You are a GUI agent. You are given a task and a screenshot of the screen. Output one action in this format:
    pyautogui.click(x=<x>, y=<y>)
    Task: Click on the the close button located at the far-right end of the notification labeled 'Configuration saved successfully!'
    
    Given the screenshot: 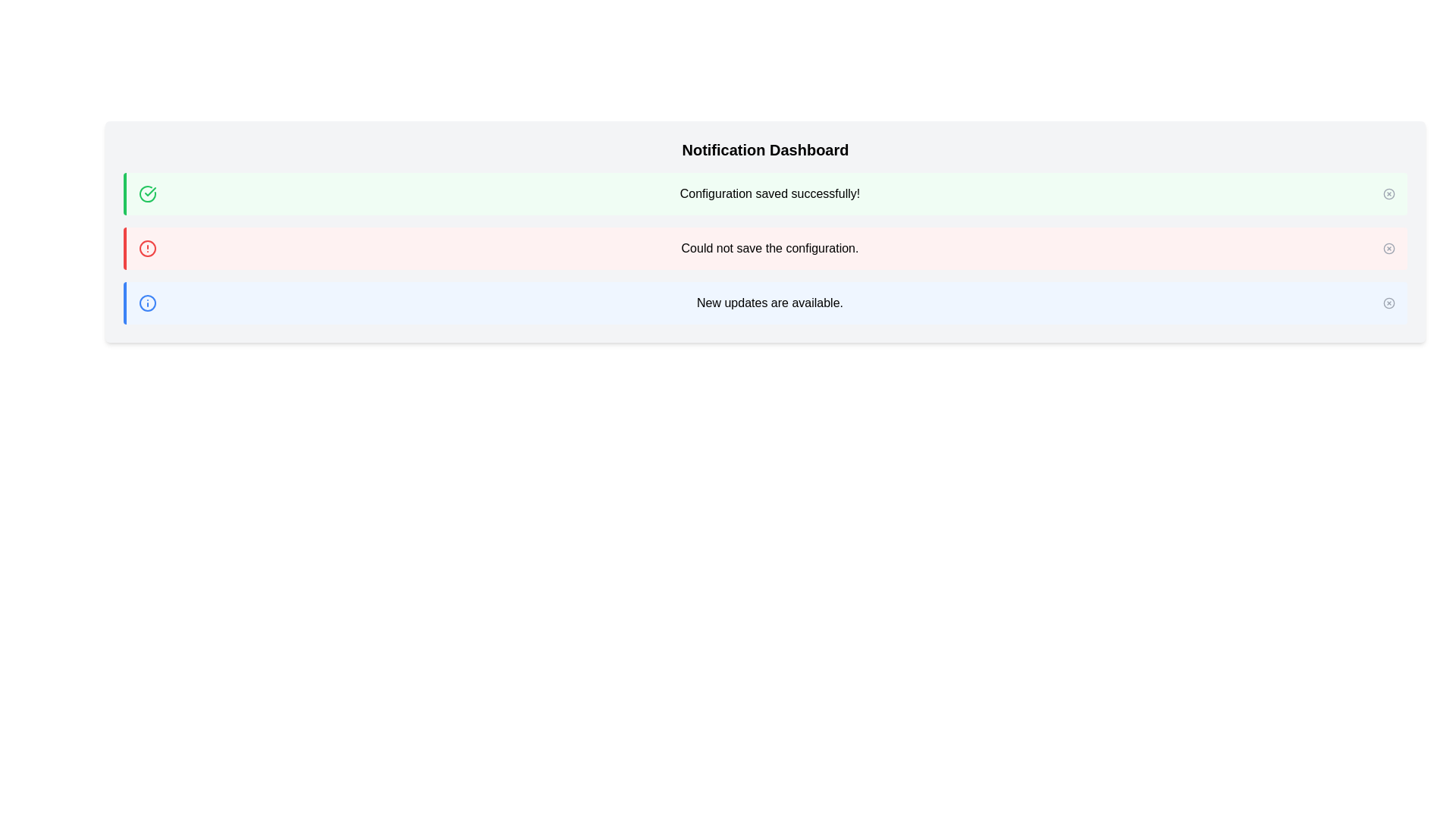 What is the action you would take?
    pyautogui.click(x=1389, y=193)
    